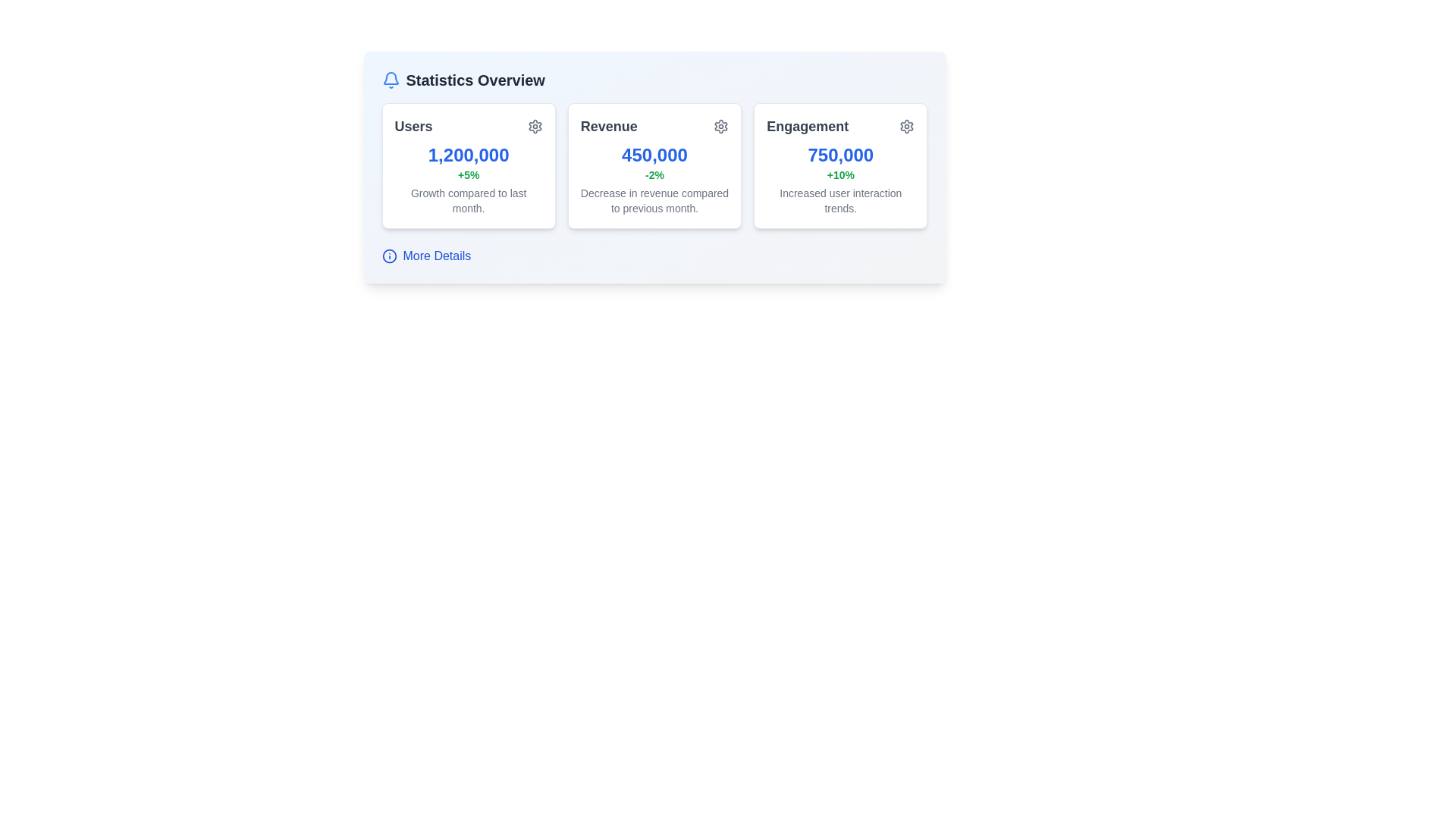 The image size is (1456, 819). Describe the element at coordinates (839, 200) in the screenshot. I see `text content 'Increased user interaction trends.' located in the engagement metrics card below the '+10%' text and the engagement count '750,000'` at that location.